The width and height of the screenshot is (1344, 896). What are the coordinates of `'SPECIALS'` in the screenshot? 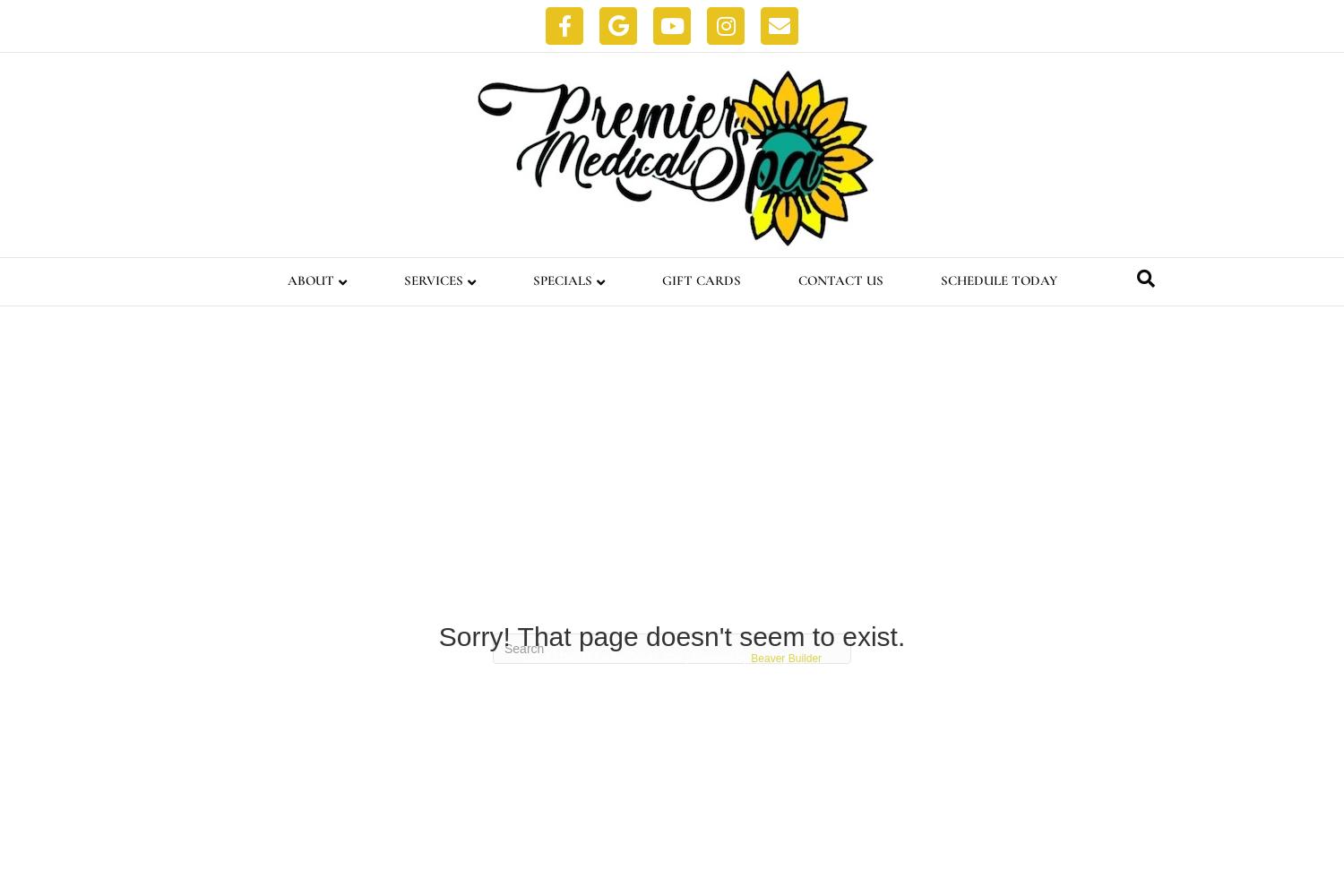 It's located at (562, 280).